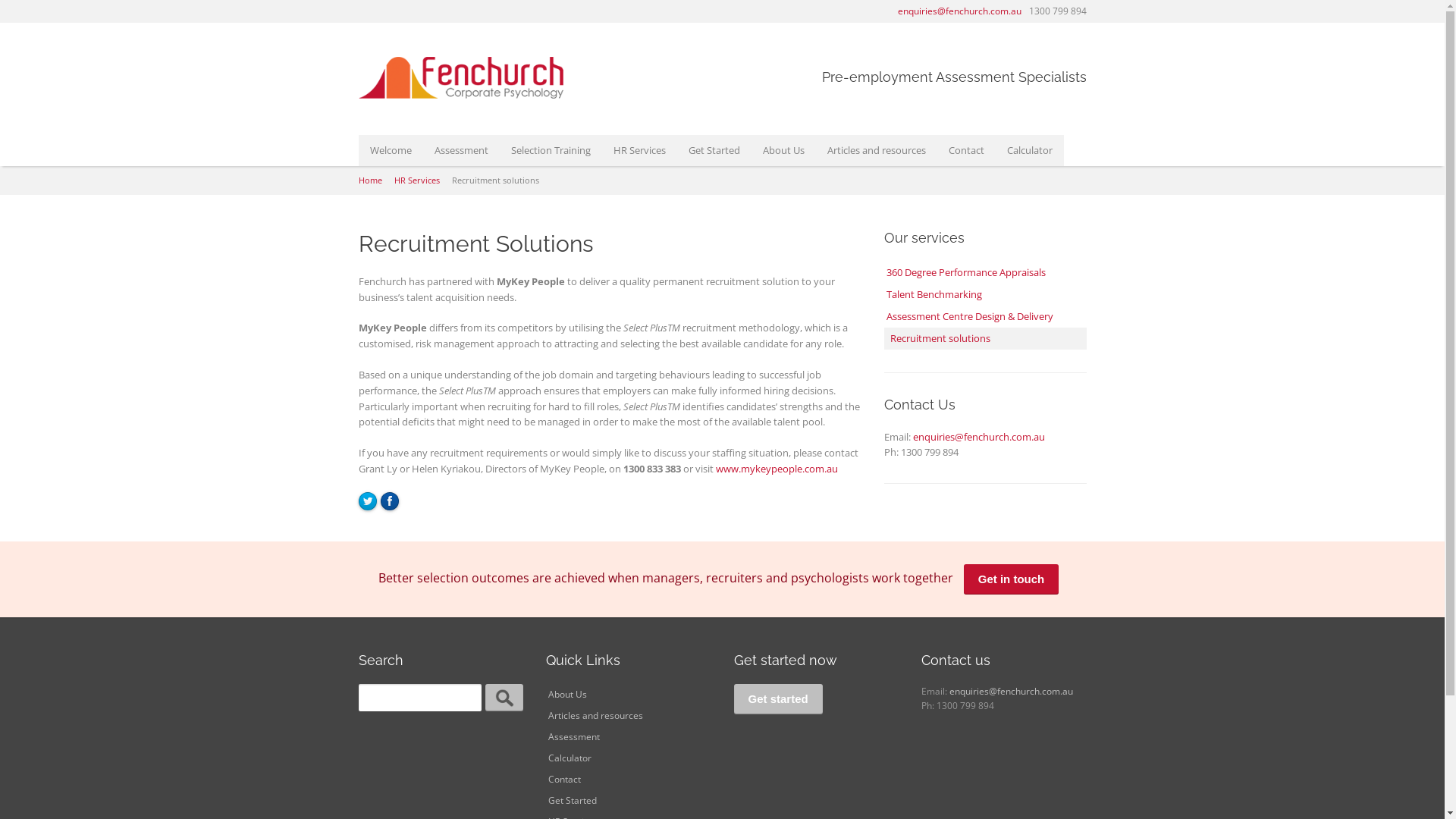 The width and height of the screenshot is (1456, 819). Describe the element at coordinates (629, 780) in the screenshot. I see `'Contact'` at that location.